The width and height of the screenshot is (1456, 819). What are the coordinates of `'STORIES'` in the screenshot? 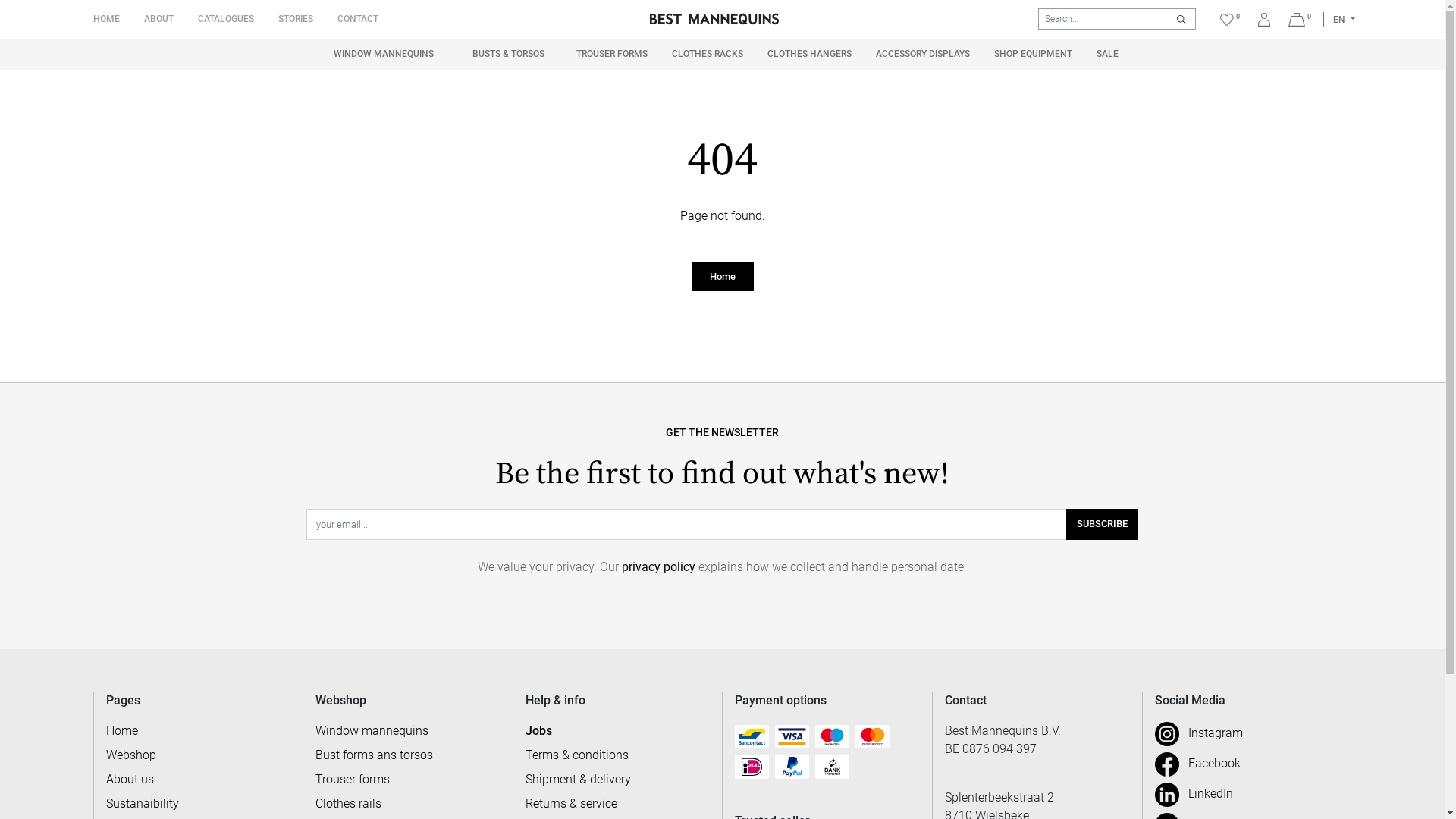 It's located at (294, 18).